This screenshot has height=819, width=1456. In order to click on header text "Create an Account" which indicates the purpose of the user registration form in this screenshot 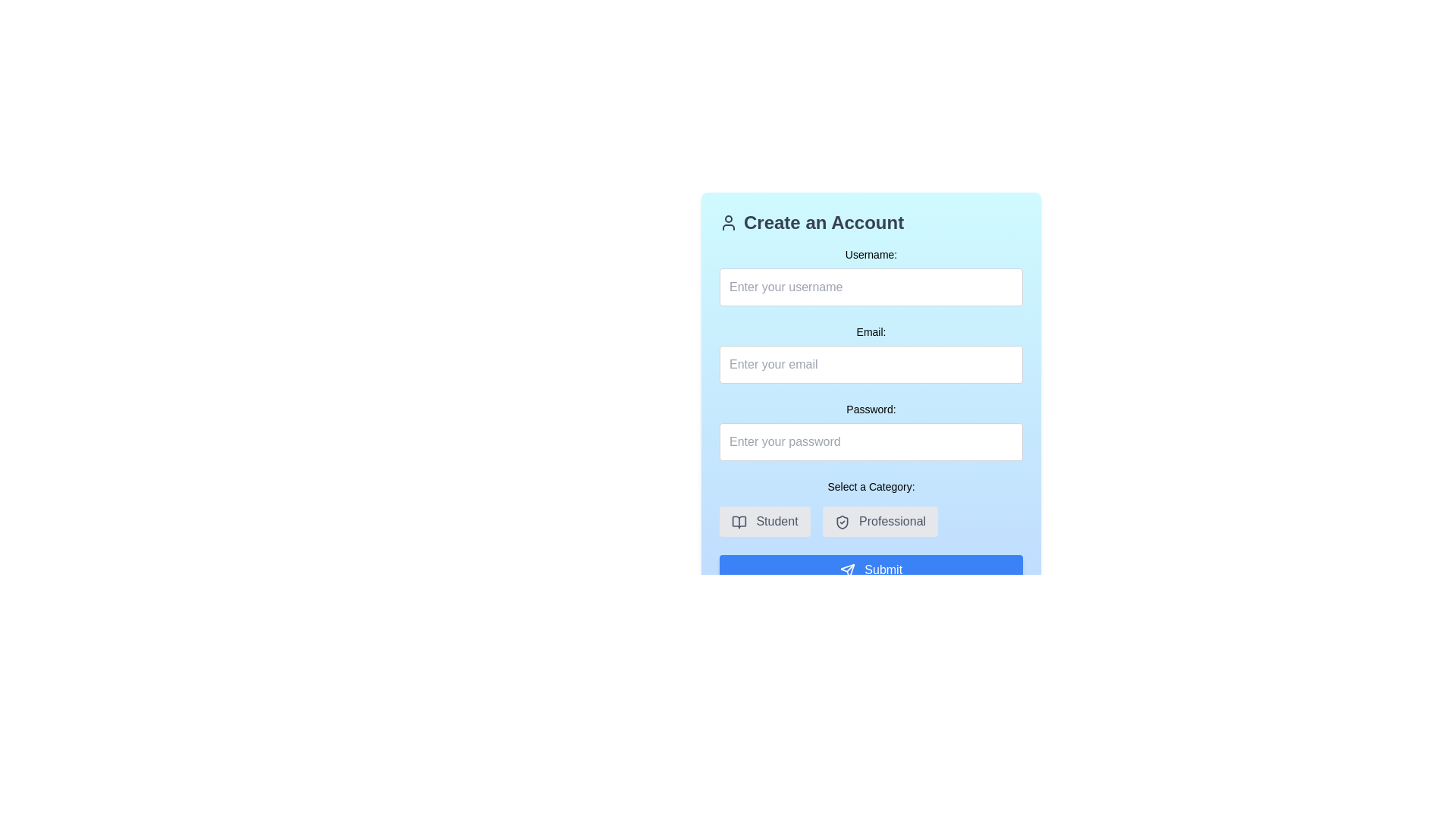, I will do `click(871, 222)`.